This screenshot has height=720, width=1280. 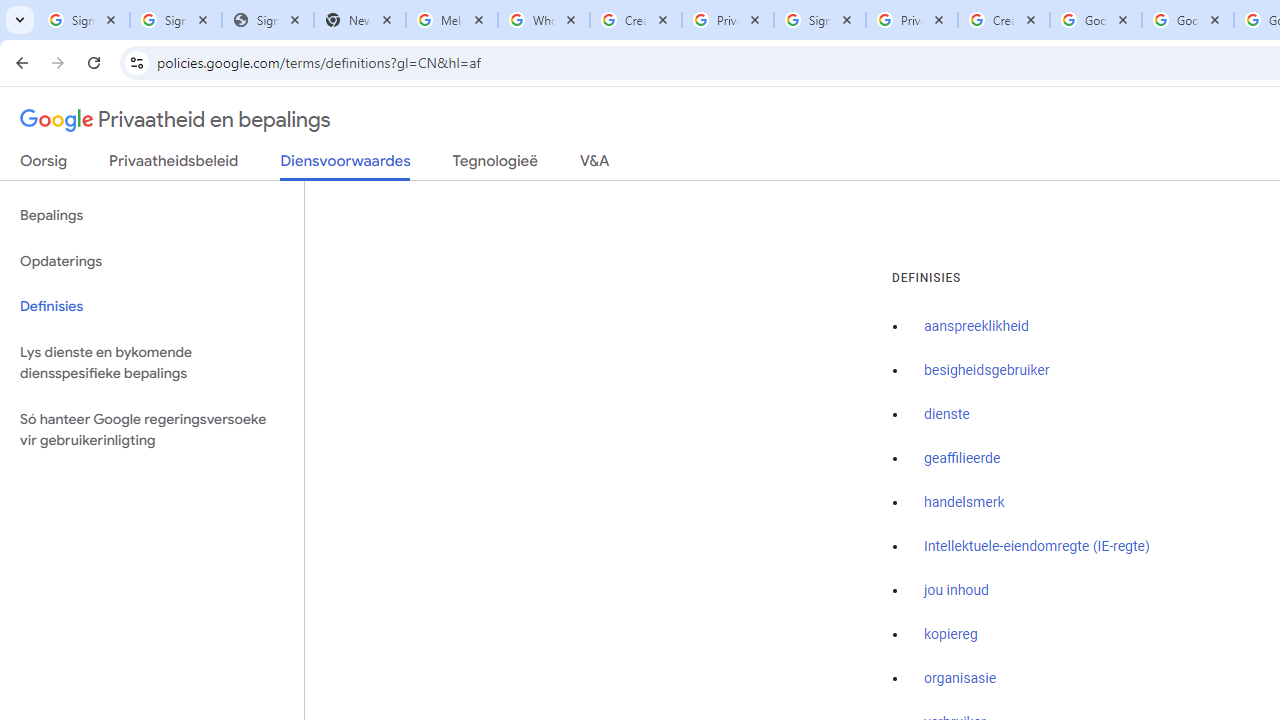 What do you see at coordinates (955, 589) in the screenshot?
I see `'jou inhoud'` at bounding box center [955, 589].